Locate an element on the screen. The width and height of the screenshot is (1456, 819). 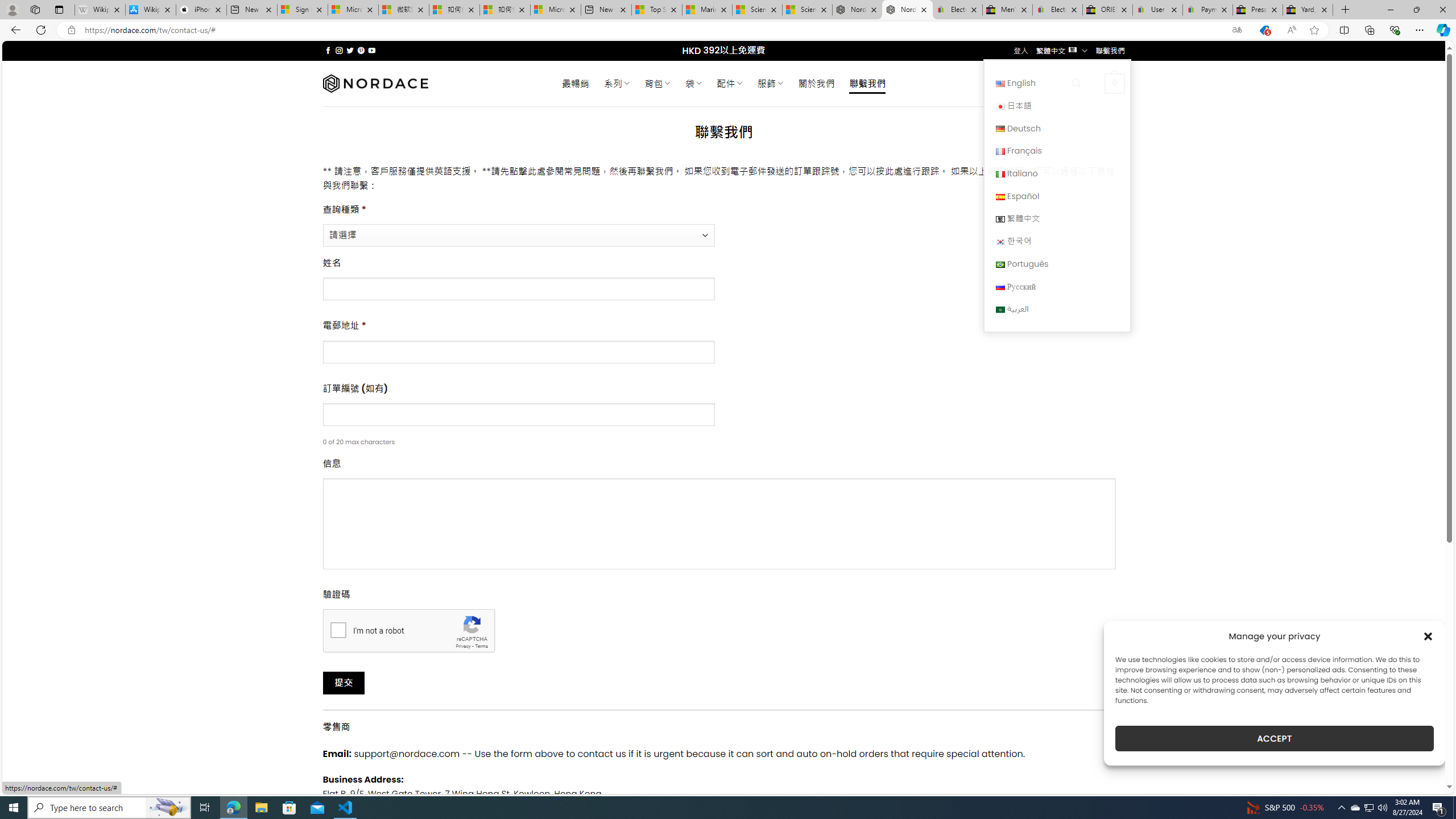
'Show translate options' is located at coordinates (1236, 30).